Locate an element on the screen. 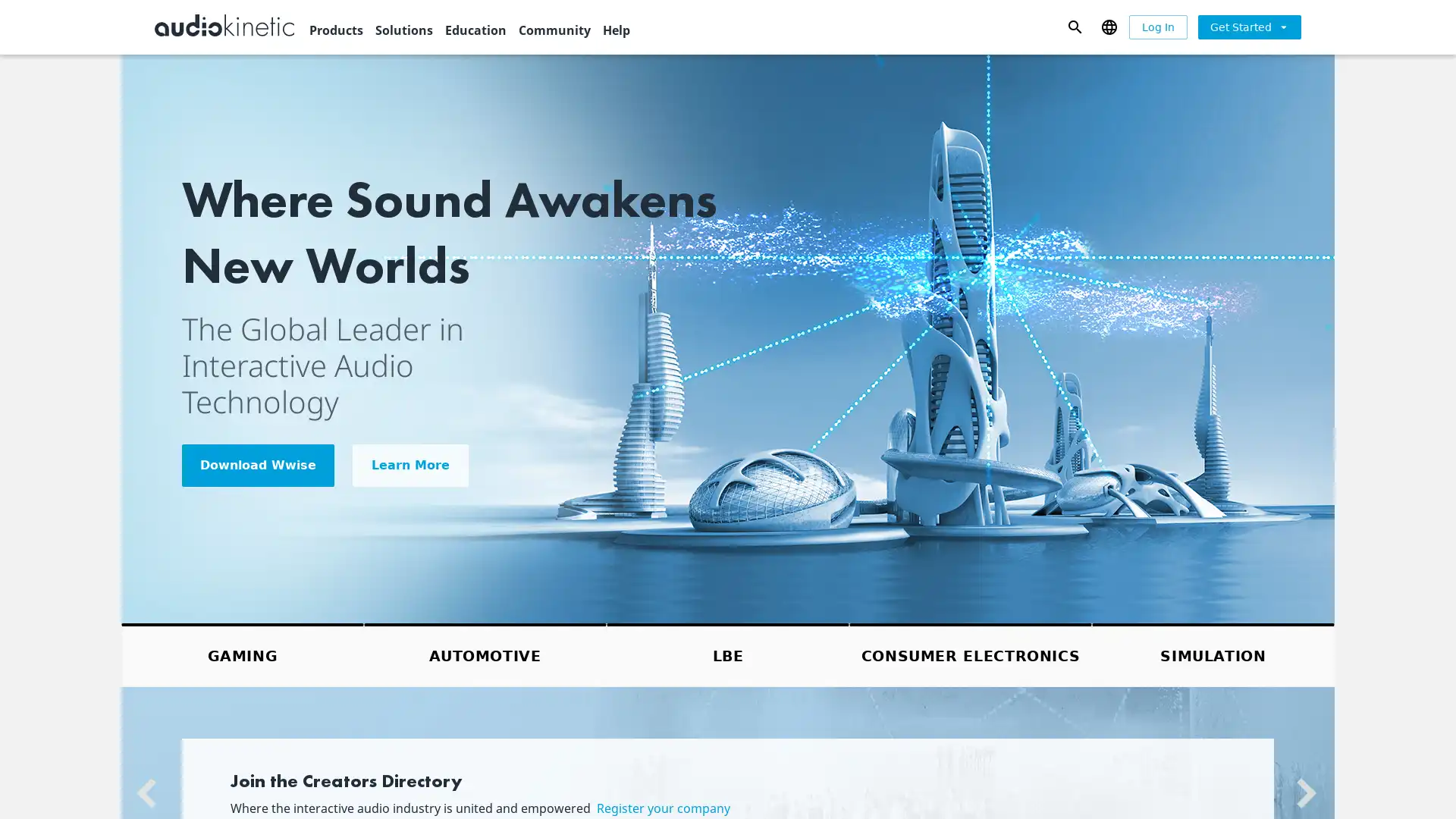 Image resolution: width=1456 pixels, height=819 pixels. AUTOMOTIVE is located at coordinates (484, 654).